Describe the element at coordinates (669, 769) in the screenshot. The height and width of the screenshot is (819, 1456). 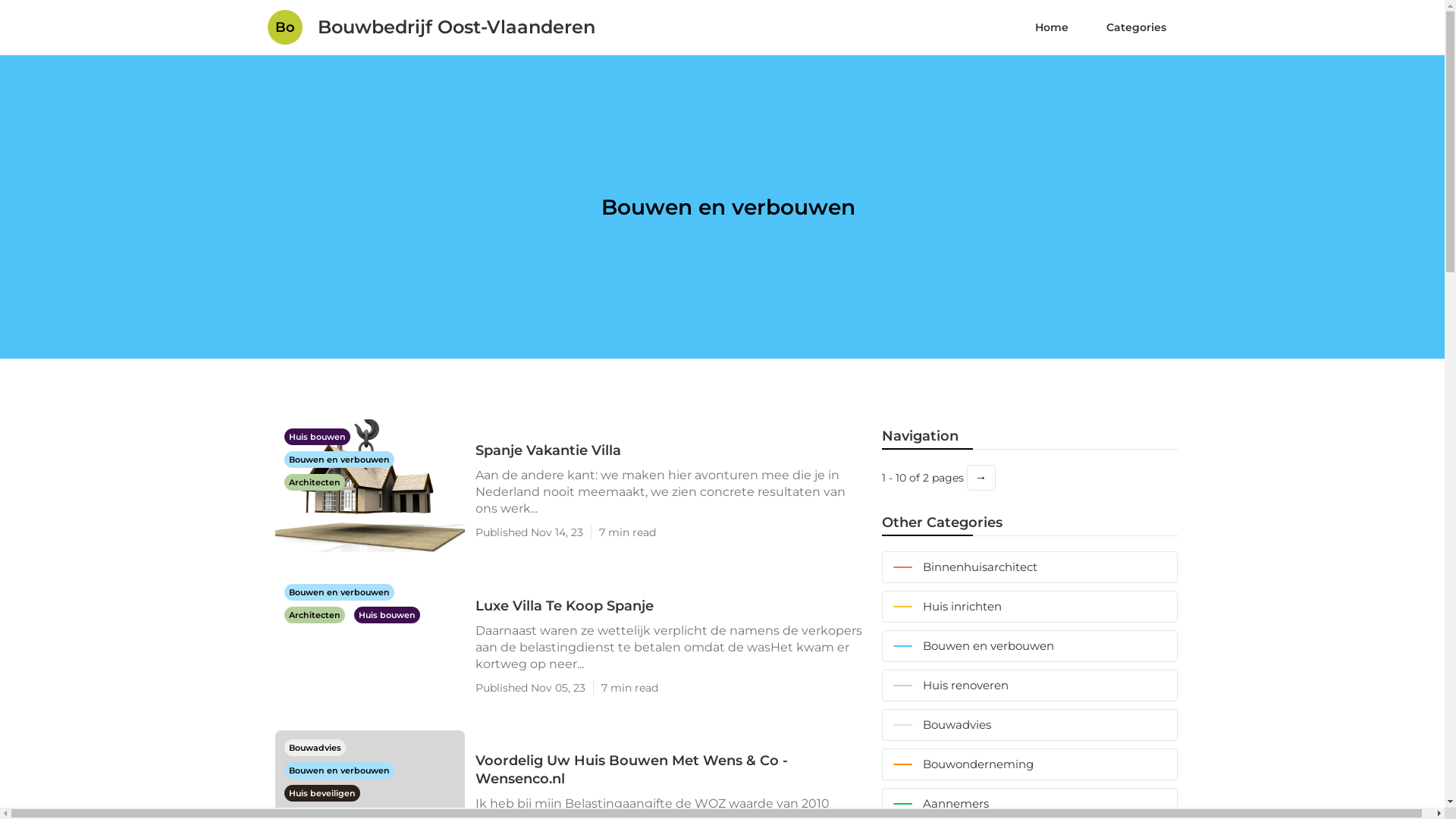
I see `'Voordelig Uw Huis Bouwen Met Wens & Co - Wensenco.nl'` at that location.